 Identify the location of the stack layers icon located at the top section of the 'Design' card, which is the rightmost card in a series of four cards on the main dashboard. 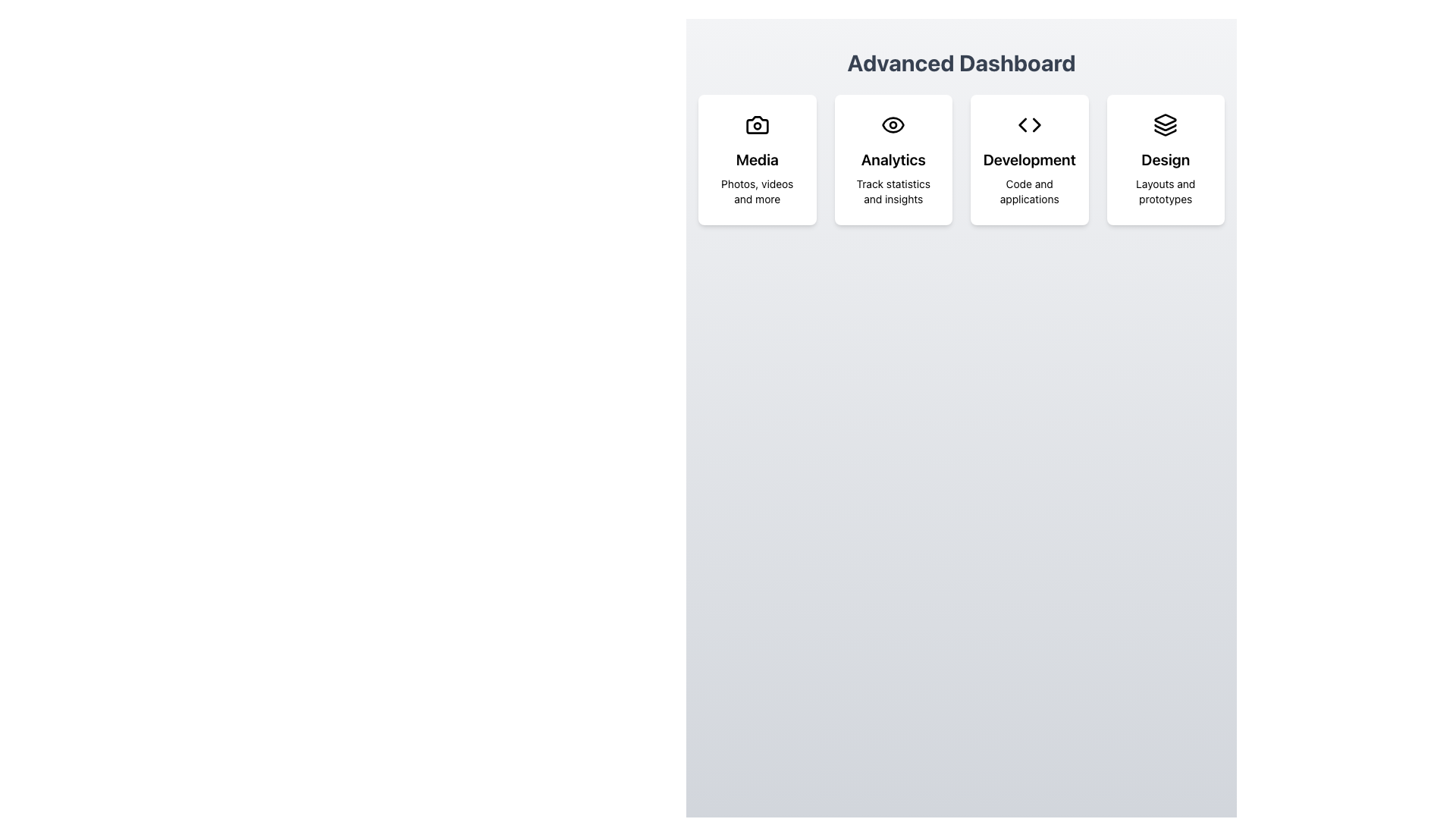
(1165, 124).